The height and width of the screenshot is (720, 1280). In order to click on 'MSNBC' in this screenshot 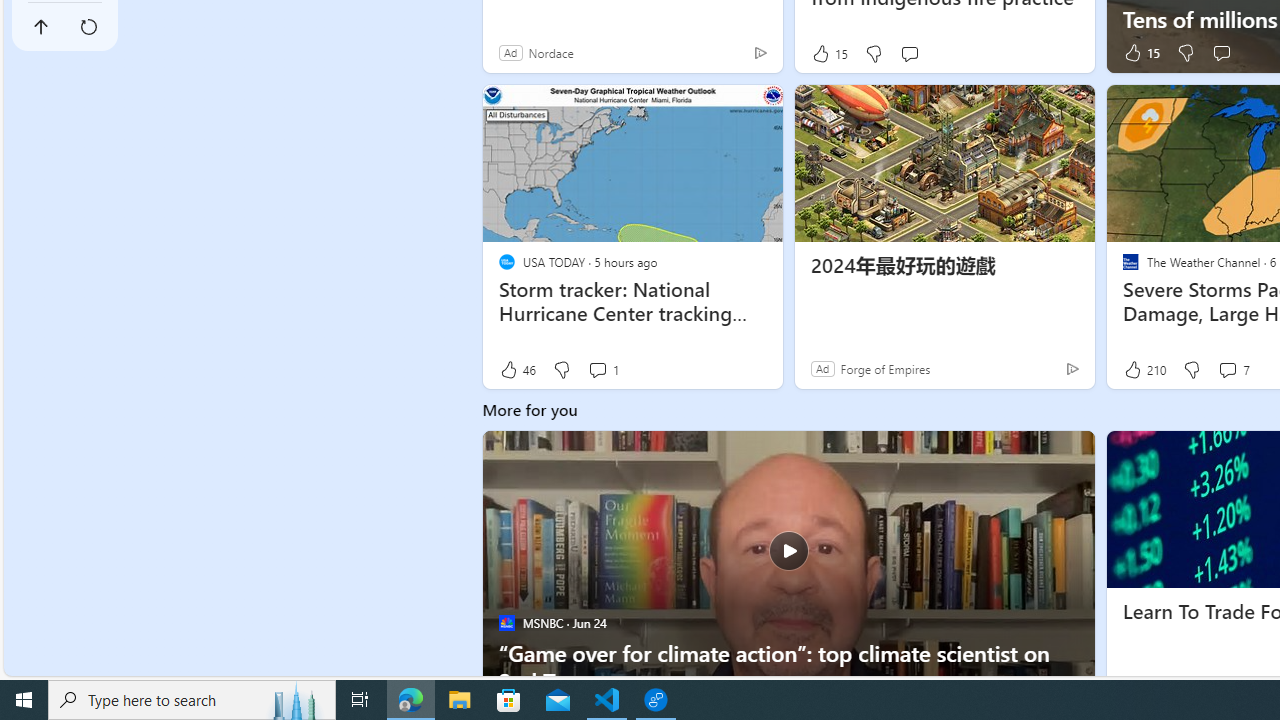, I will do `click(506, 621)`.